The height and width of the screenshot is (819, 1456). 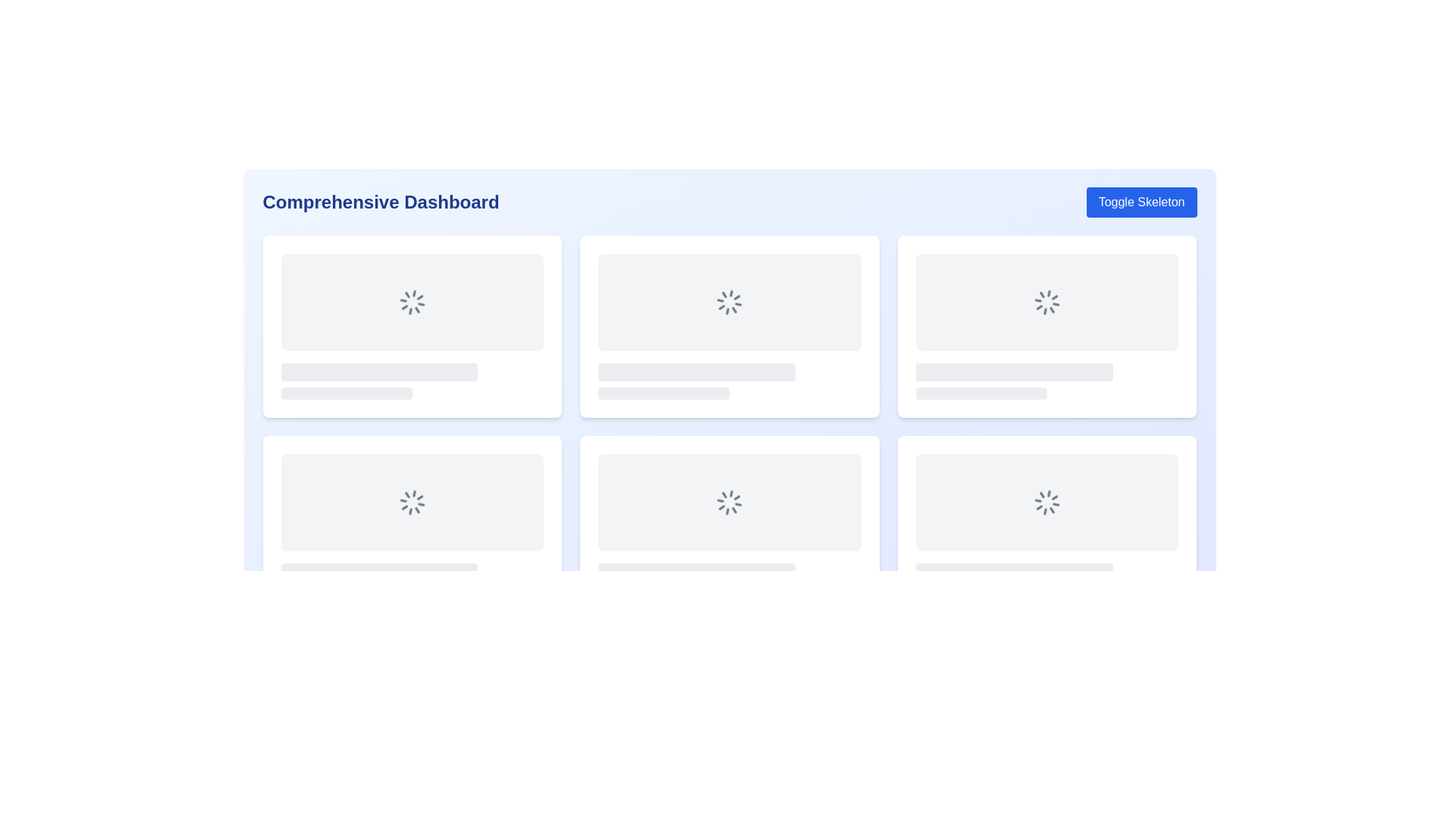 I want to click on the Loading Placeholder with Spinner, which is located in the second row and second column of the 3x2 grid layout, below the 'Comprehensive Dashboard' top bar, so click(x=730, y=526).